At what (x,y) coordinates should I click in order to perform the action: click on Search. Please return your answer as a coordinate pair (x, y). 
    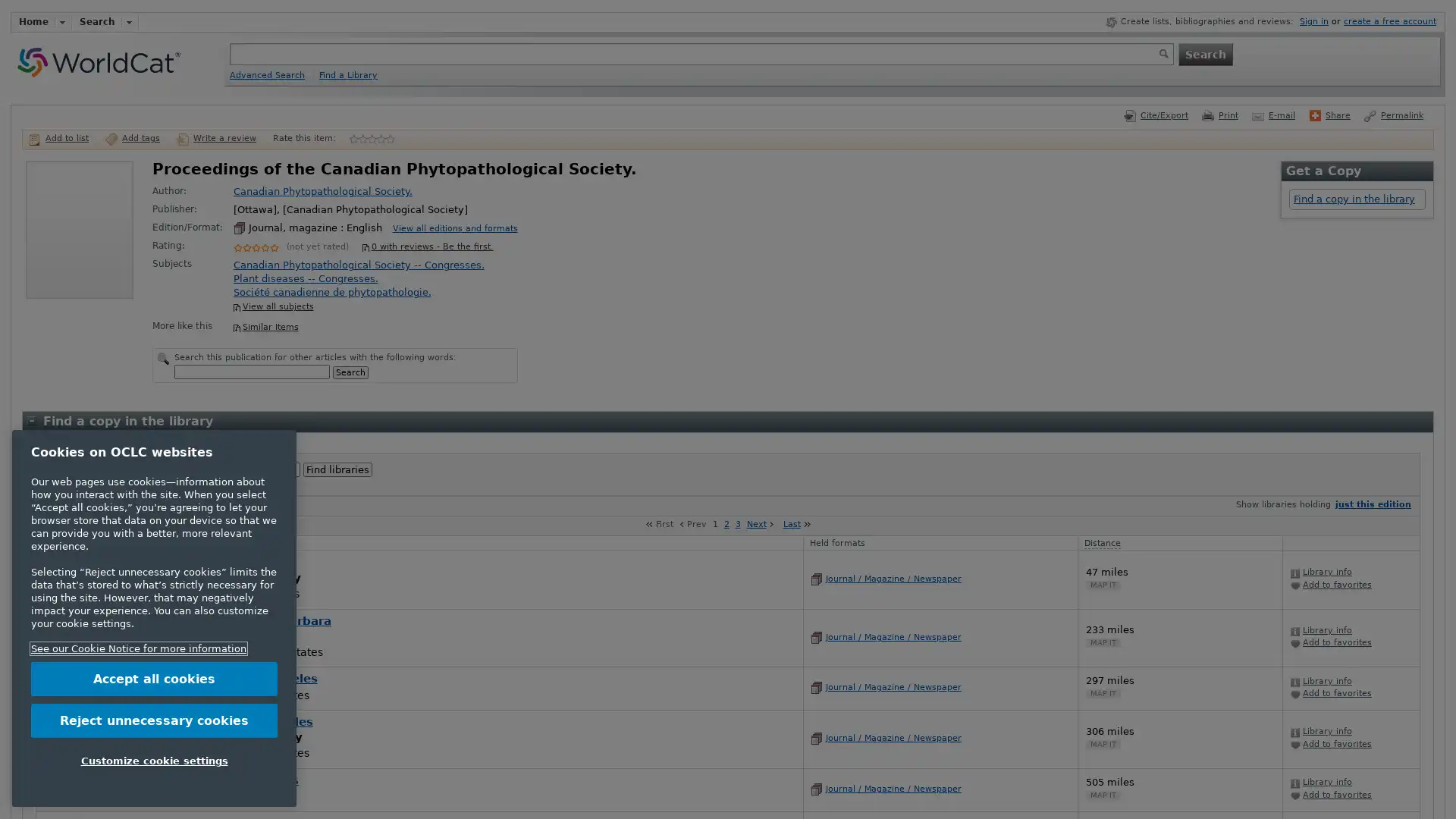
    Looking at the image, I should click on (1203, 52).